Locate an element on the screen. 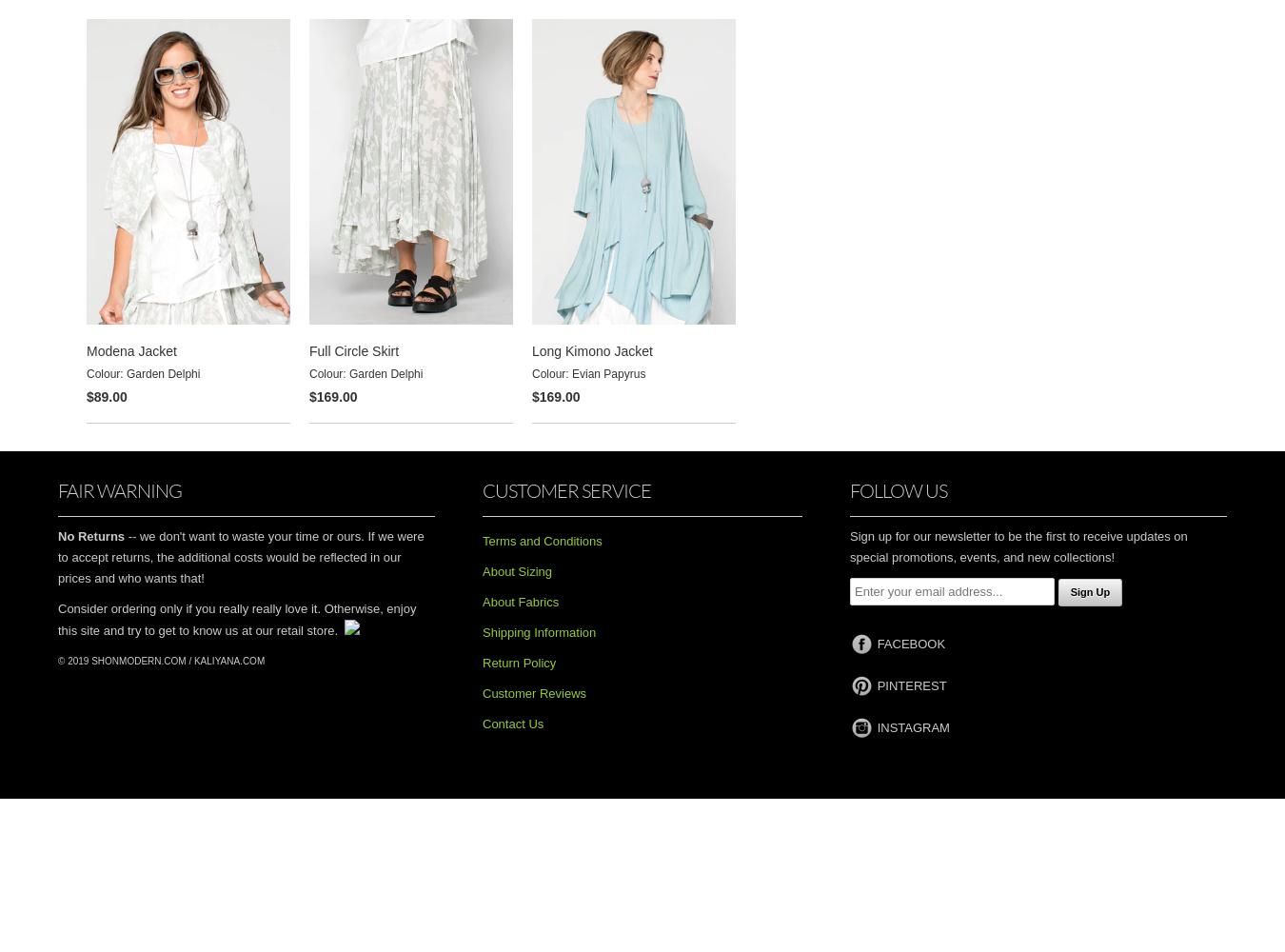 Image resolution: width=1285 pixels, height=952 pixels. '-- we don't want to waste your time or ours. If we were to accept returns, the additional costs would be reflected in our prices and who wants that!' is located at coordinates (239, 556).